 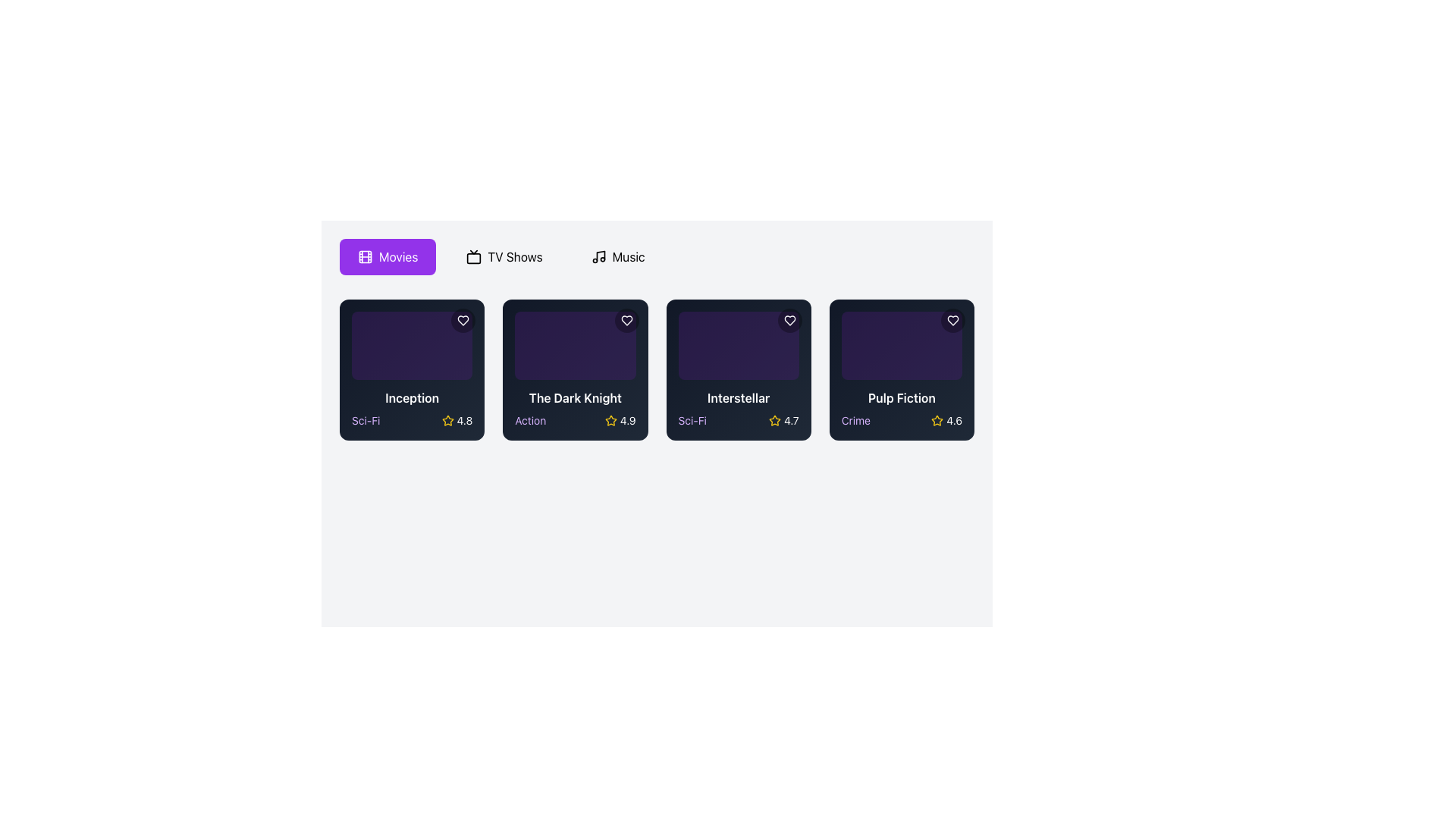 I want to click on the star icon representing a rating next to the text '4.6' on the 'Pulp Fiction' card in the bottom right of the fourth column, so click(x=937, y=420).